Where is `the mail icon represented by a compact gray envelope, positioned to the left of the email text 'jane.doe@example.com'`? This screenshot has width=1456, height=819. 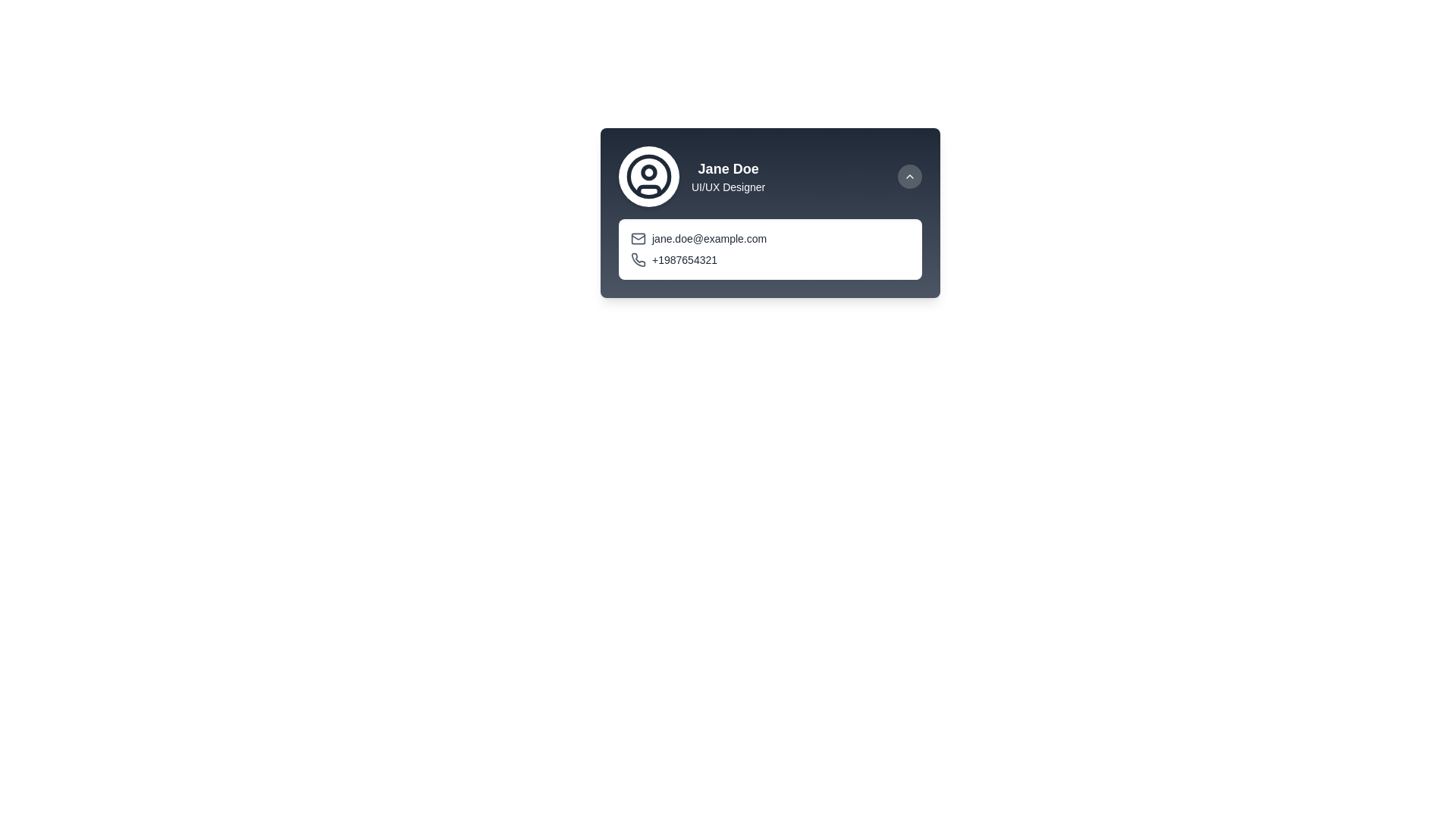 the mail icon represented by a compact gray envelope, positioned to the left of the email text 'jane.doe@example.com' is located at coordinates (638, 239).